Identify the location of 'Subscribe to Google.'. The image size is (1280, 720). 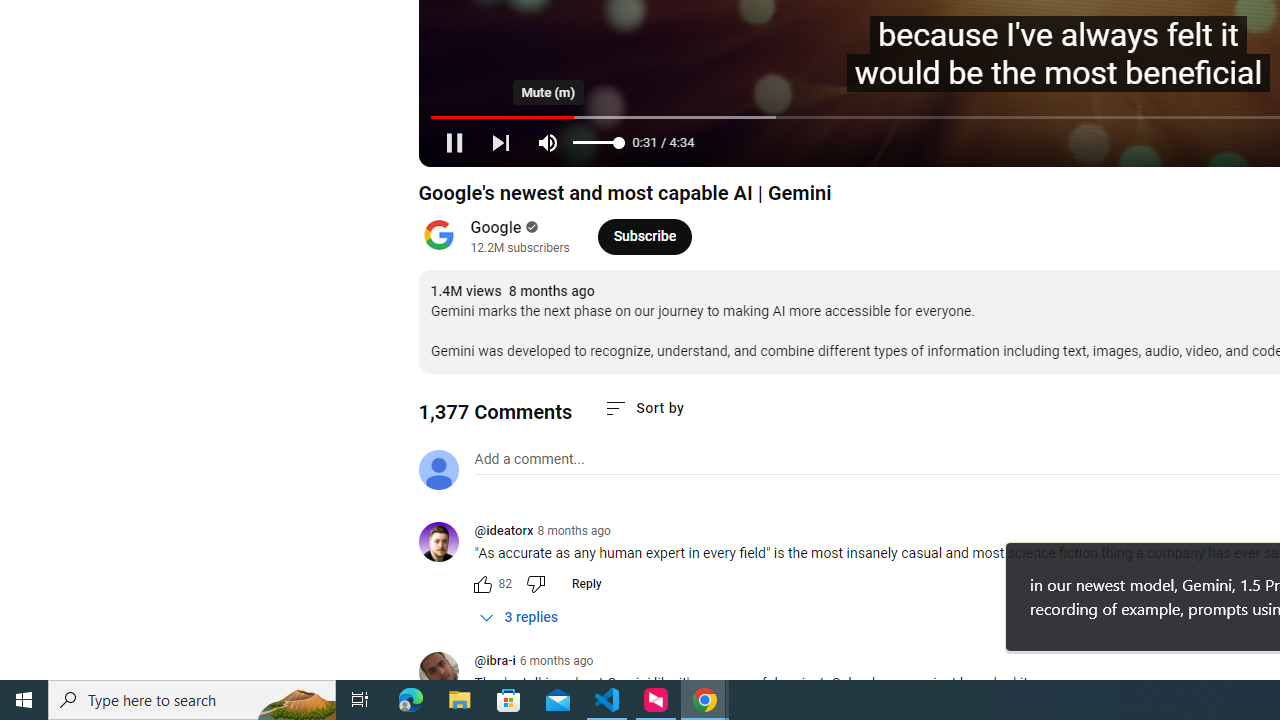
(644, 235).